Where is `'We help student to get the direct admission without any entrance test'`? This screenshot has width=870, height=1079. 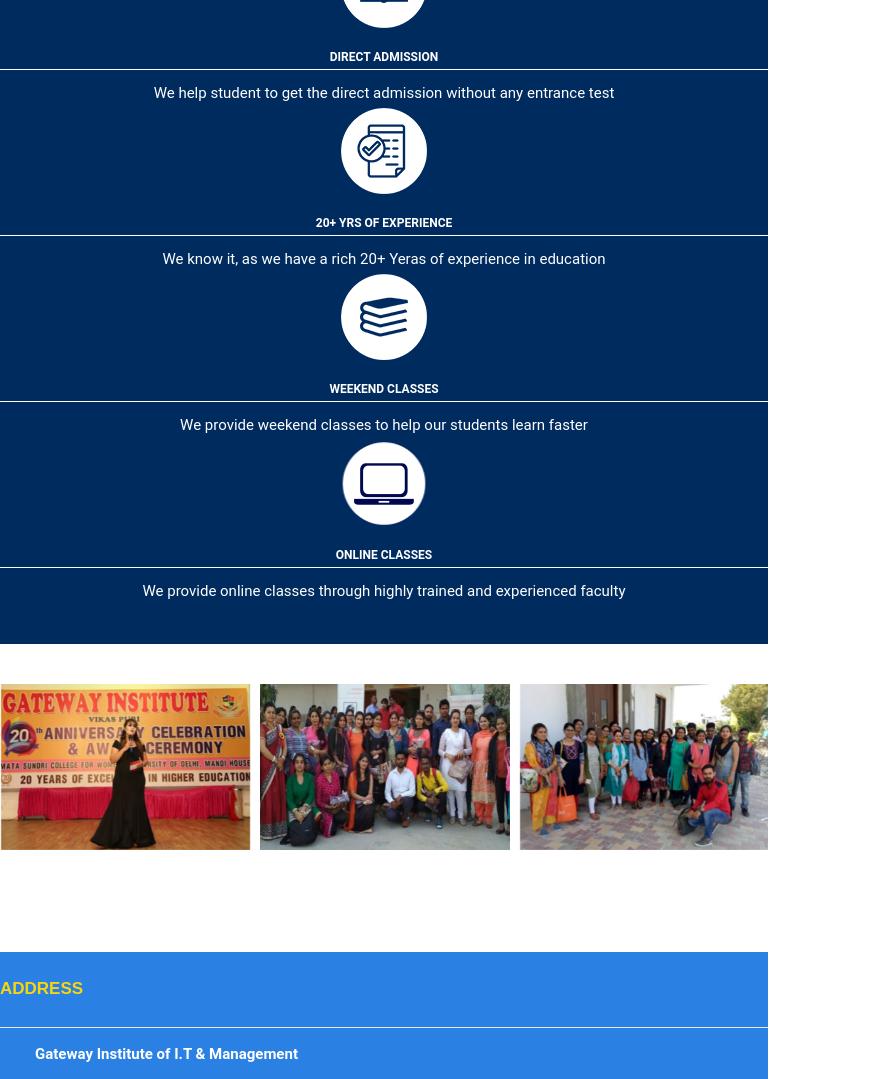 'We help student to get the direct admission without any entrance test' is located at coordinates (383, 93).